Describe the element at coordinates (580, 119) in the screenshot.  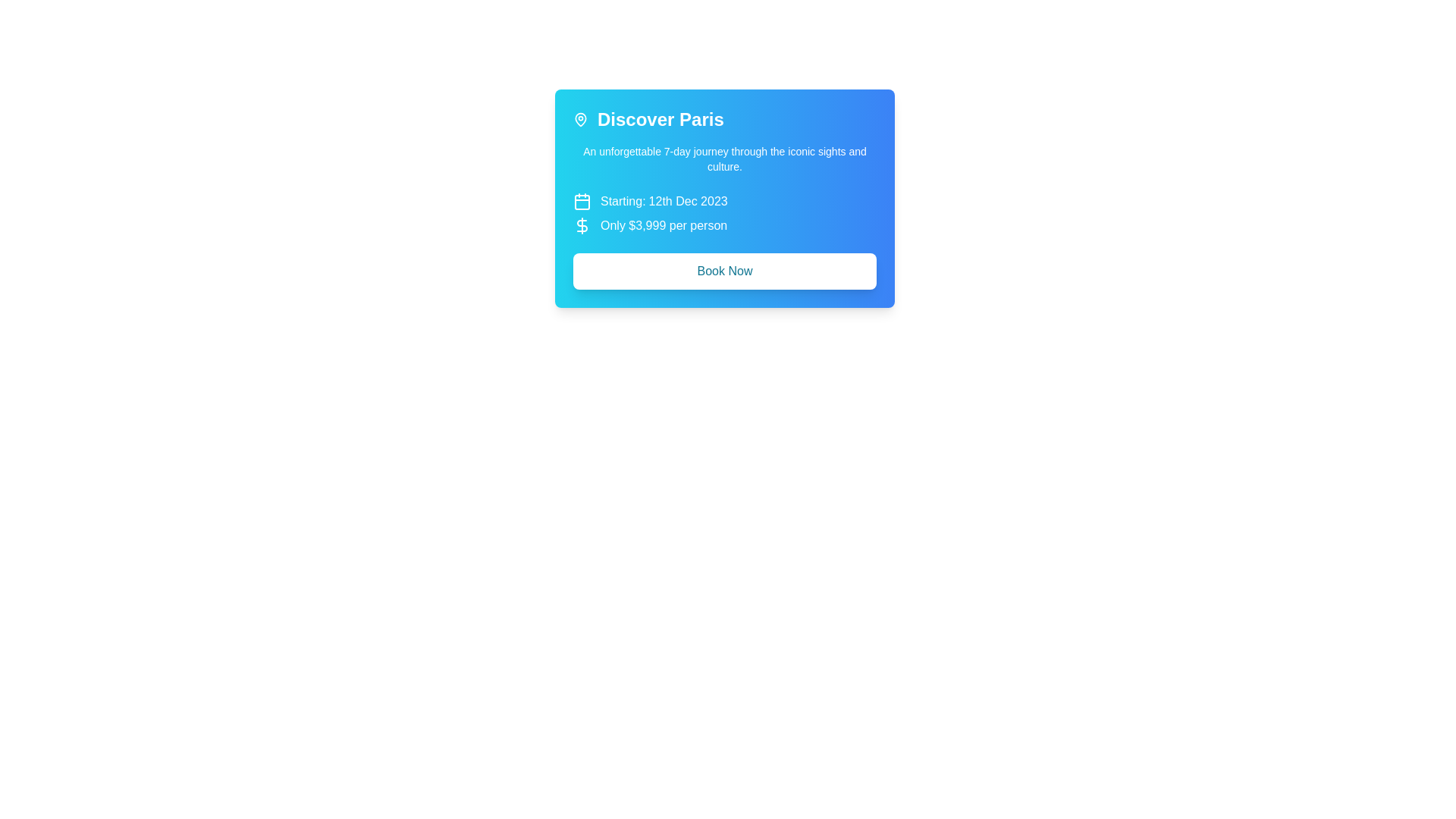
I see `the location icon that symbolizes a destination, positioned to the left of the 'Discover Paris' text` at that location.